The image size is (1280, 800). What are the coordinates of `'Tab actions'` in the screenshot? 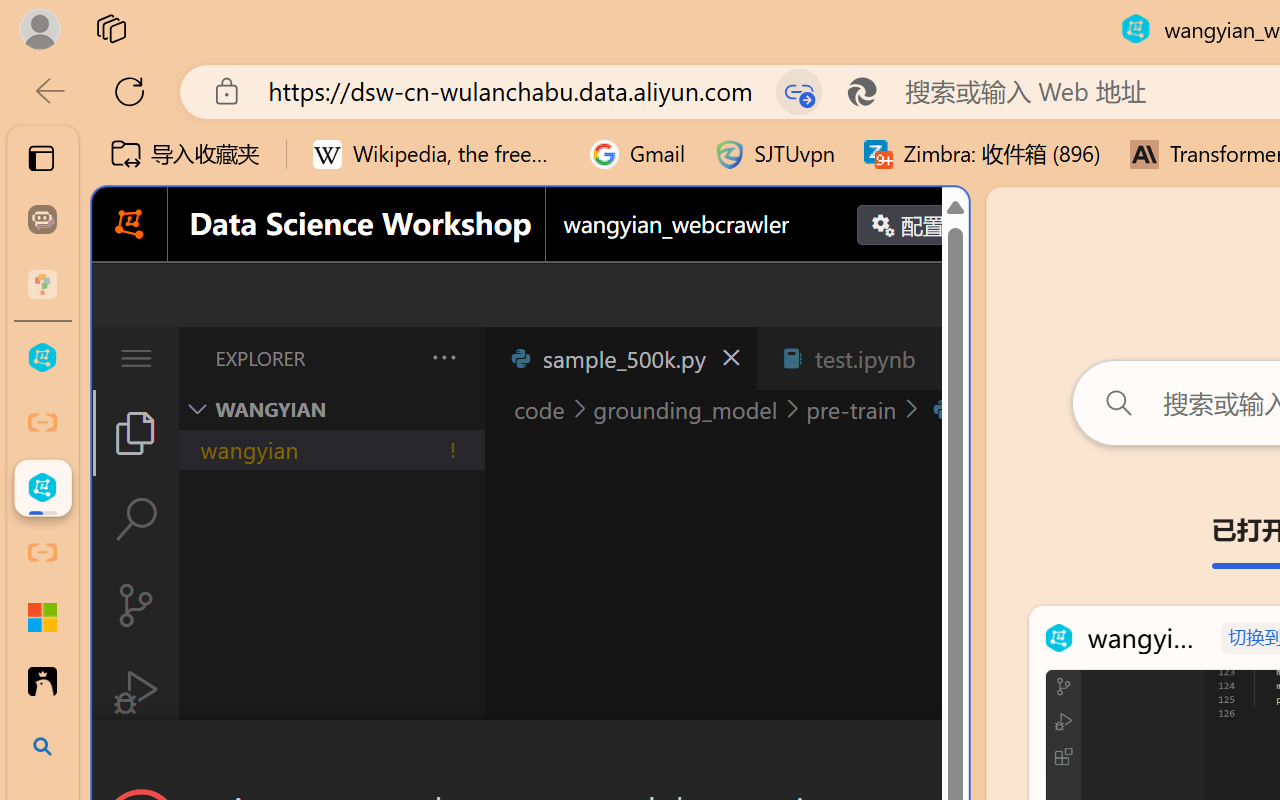 It's located at (944, 358).